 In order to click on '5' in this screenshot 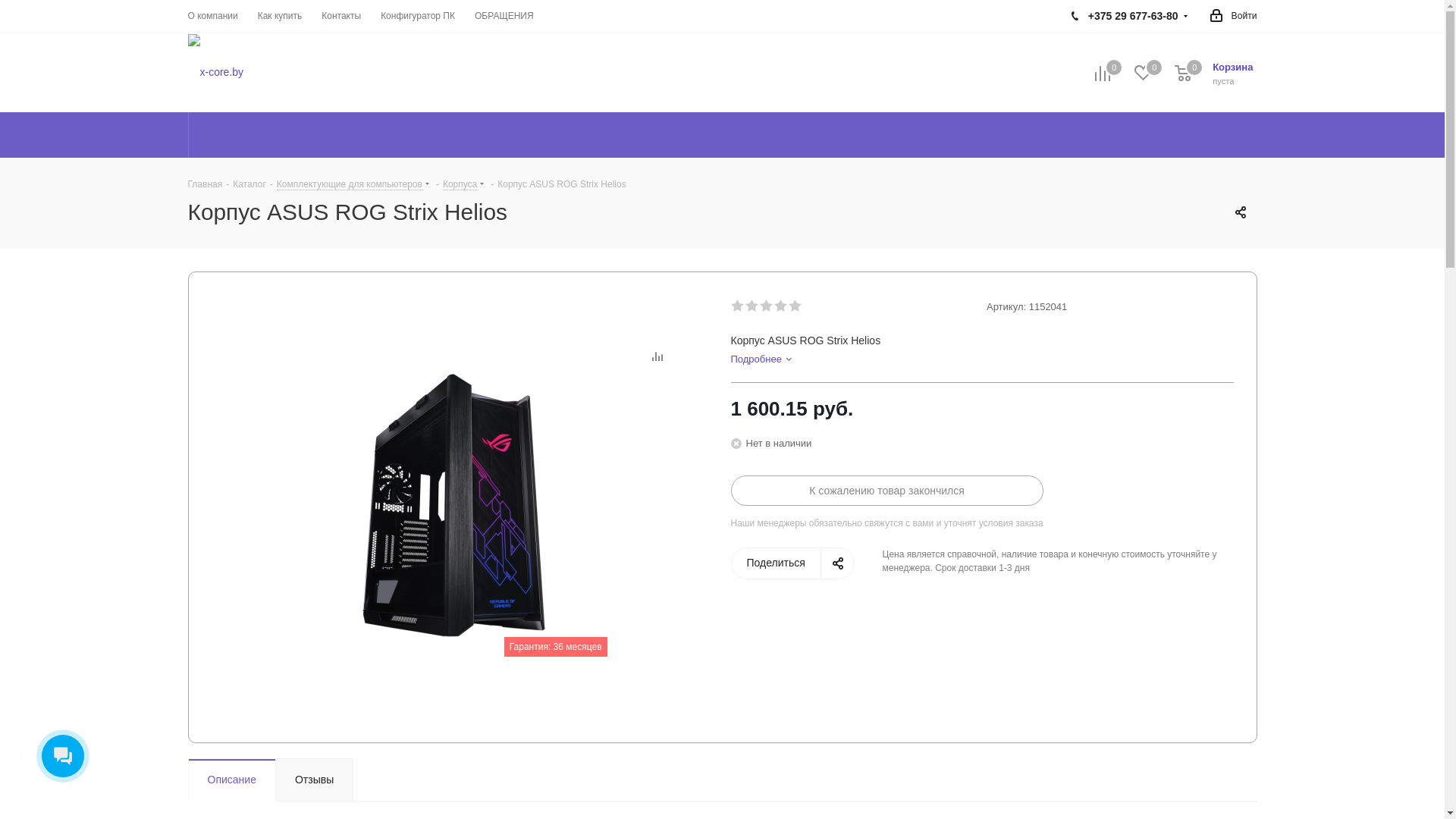, I will do `click(795, 306)`.